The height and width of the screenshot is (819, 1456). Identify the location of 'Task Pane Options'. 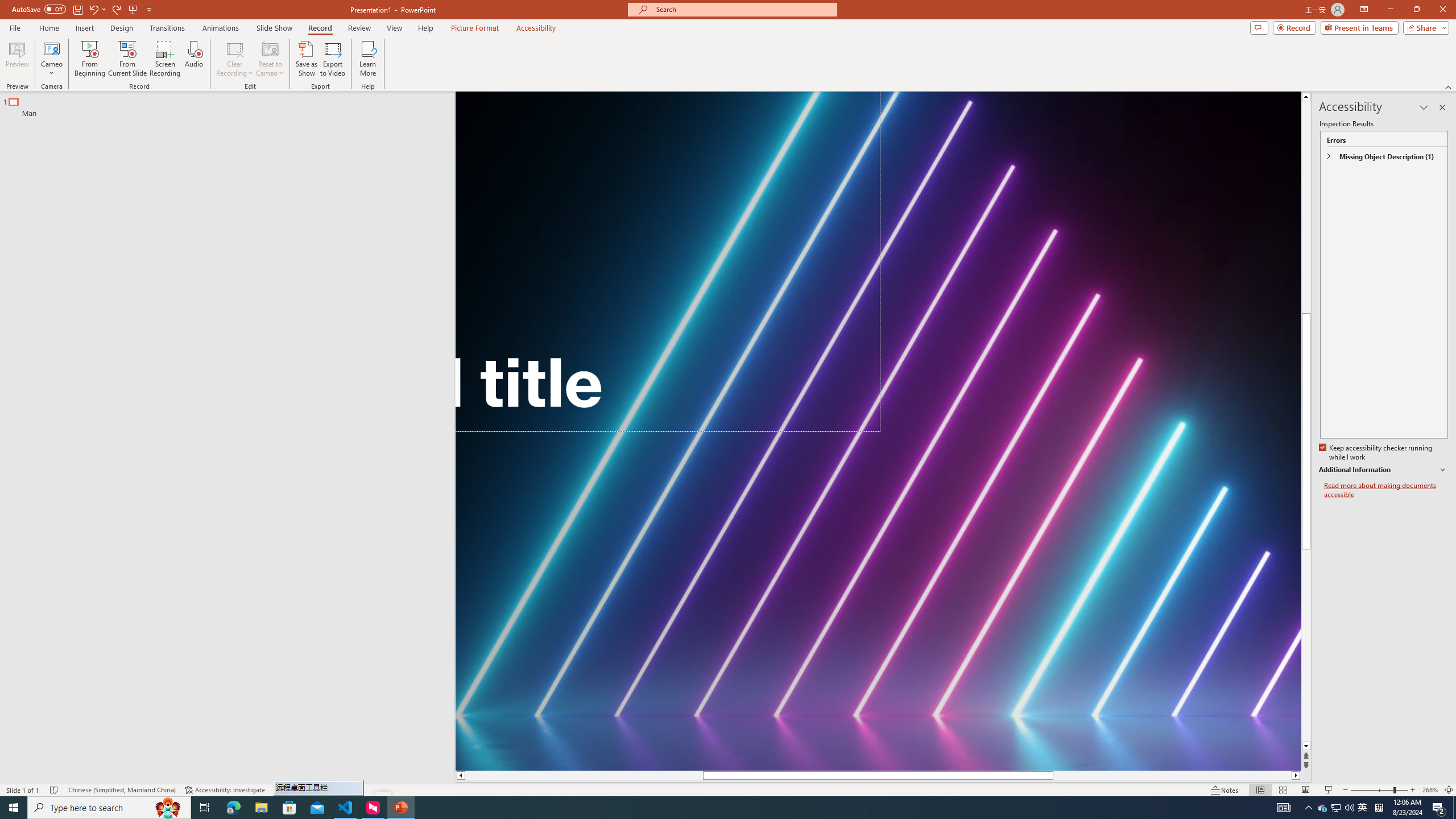
(1423, 107).